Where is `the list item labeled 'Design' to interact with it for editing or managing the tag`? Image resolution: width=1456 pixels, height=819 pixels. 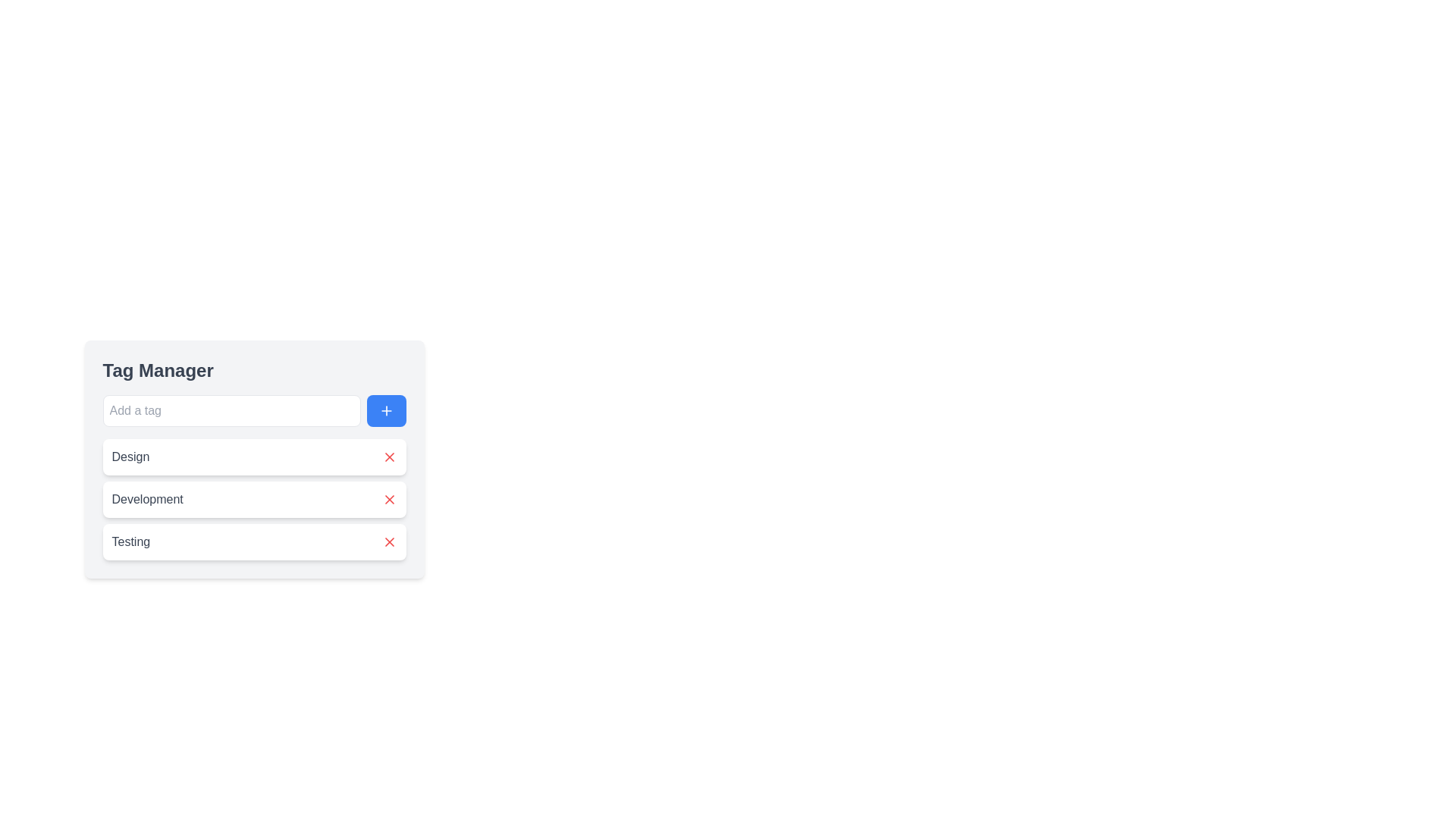 the list item labeled 'Design' to interact with it for editing or managing the tag is located at coordinates (254, 458).